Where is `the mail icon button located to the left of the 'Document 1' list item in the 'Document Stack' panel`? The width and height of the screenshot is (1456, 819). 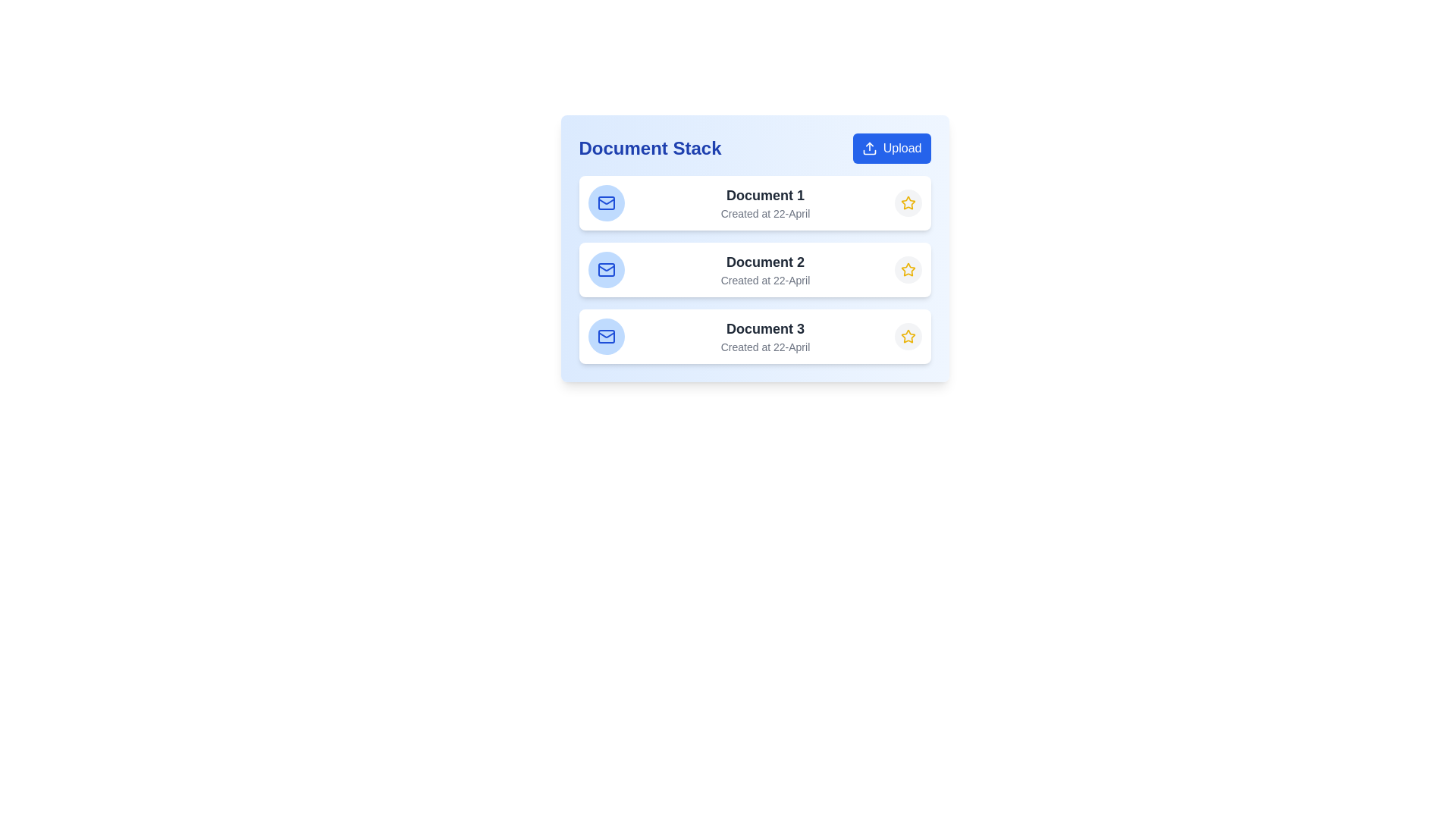
the mail icon button located to the left of the 'Document 1' list item in the 'Document Stack' panel is located at coordinates (605, 202).